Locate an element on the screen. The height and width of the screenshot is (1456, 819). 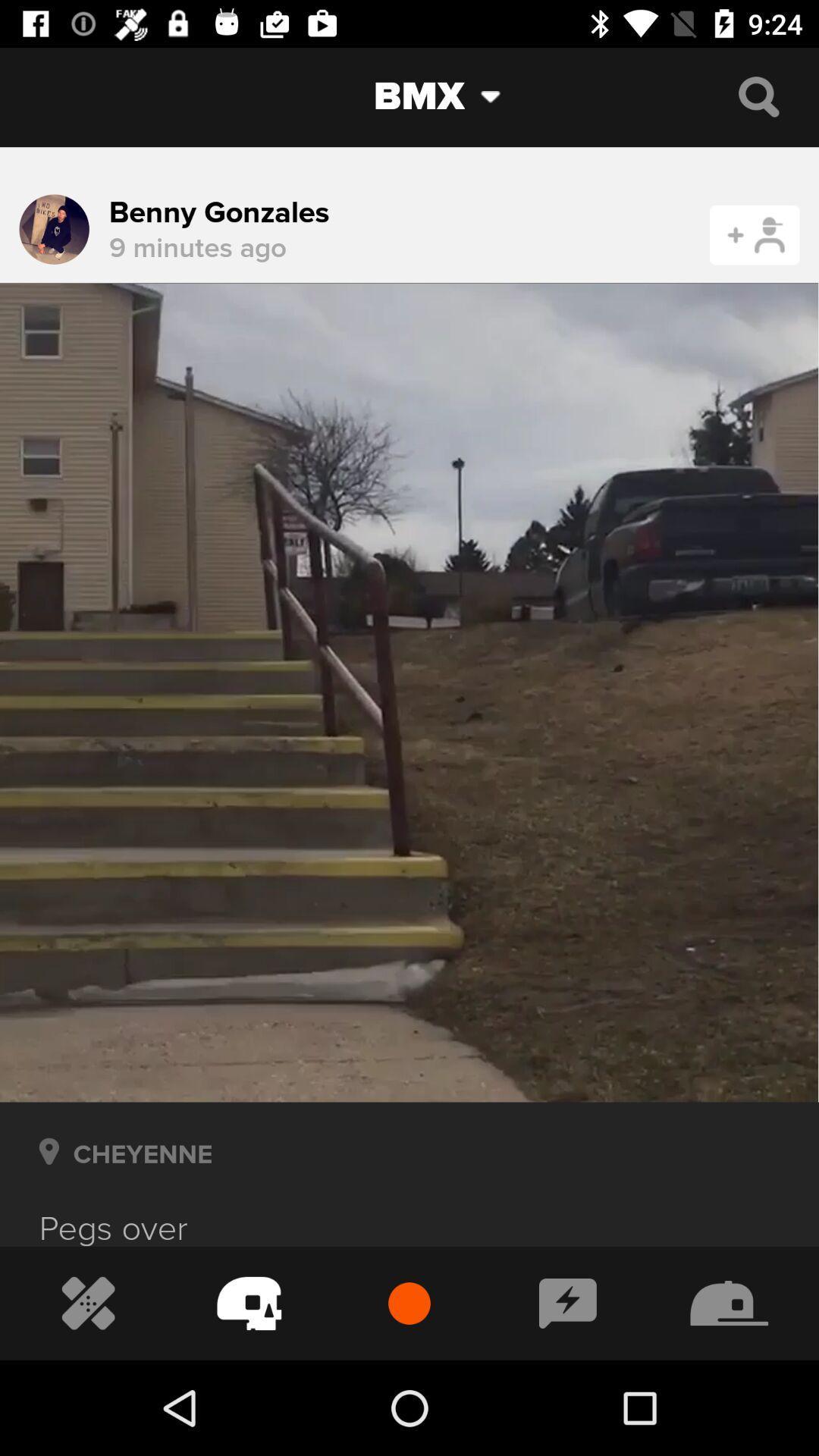
the expand_more icon is located at coordinates (502, 96).